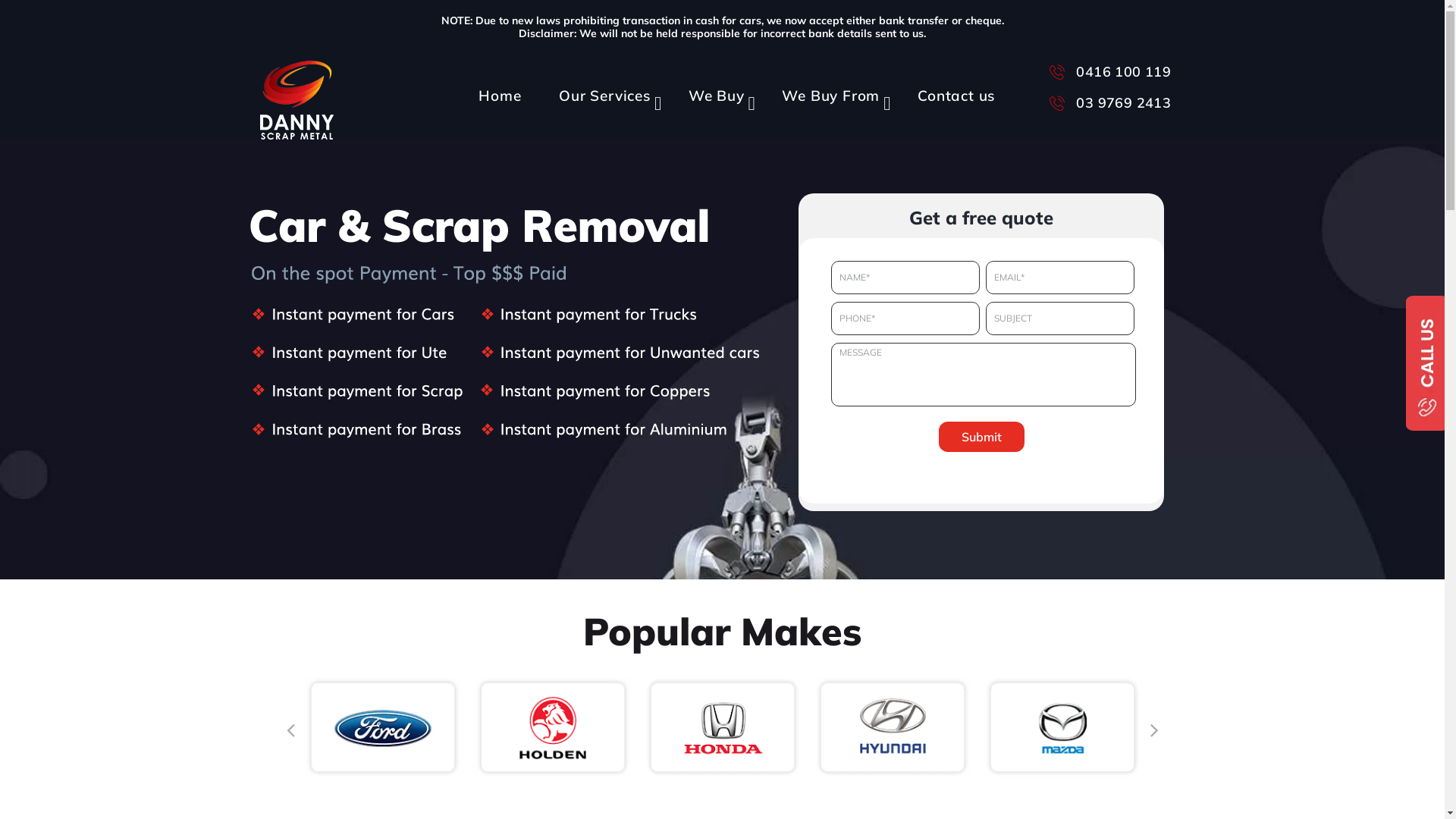  What do you see at coordinates (535, 87) in the screenshot?
I see `'Our Services'` at bounding box center [535, 87].